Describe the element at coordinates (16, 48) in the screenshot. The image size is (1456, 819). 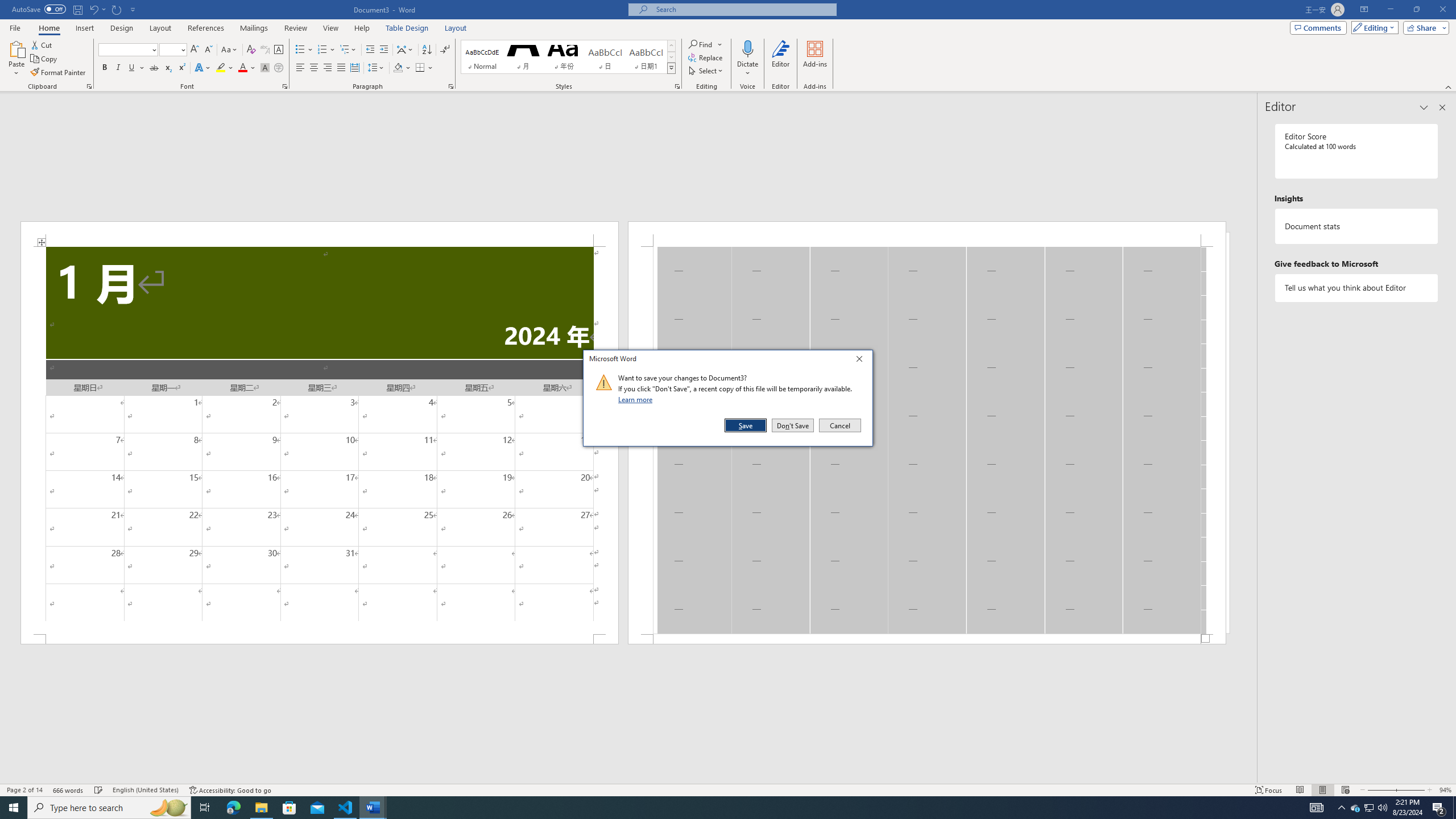
I see `'Paste'` at that location.